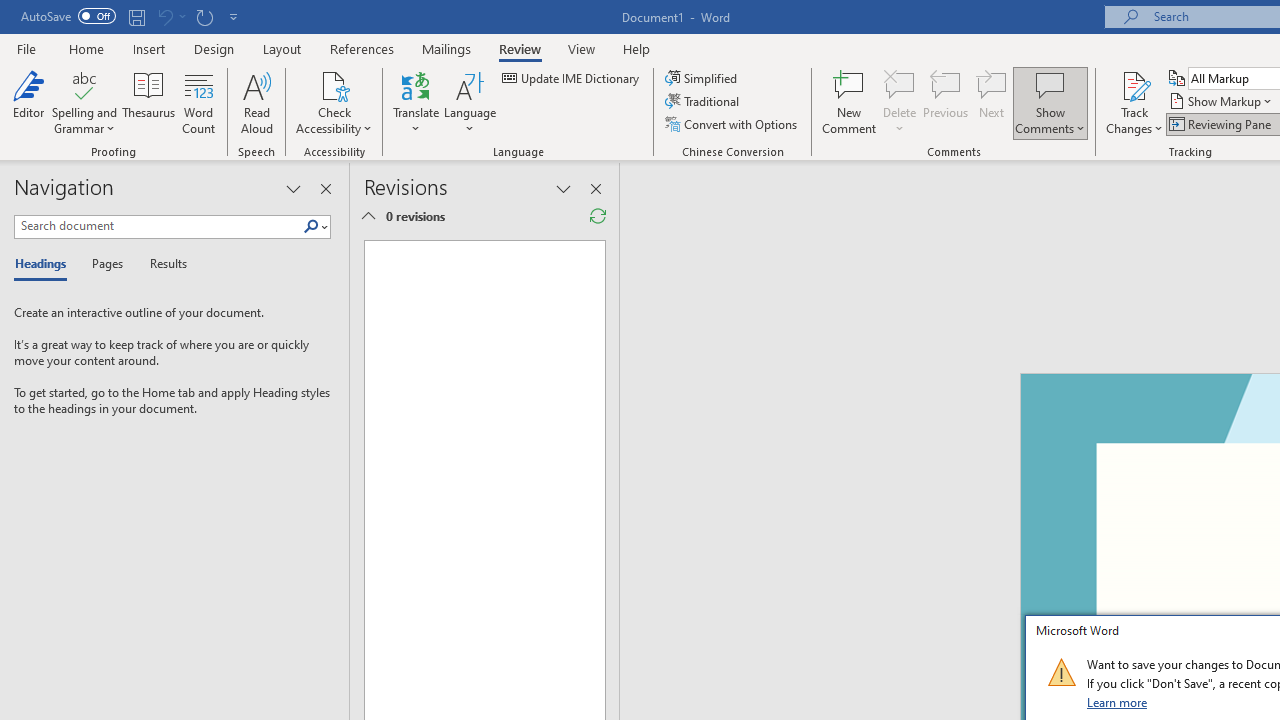  I want to click on 'Can', so click(170, 16).